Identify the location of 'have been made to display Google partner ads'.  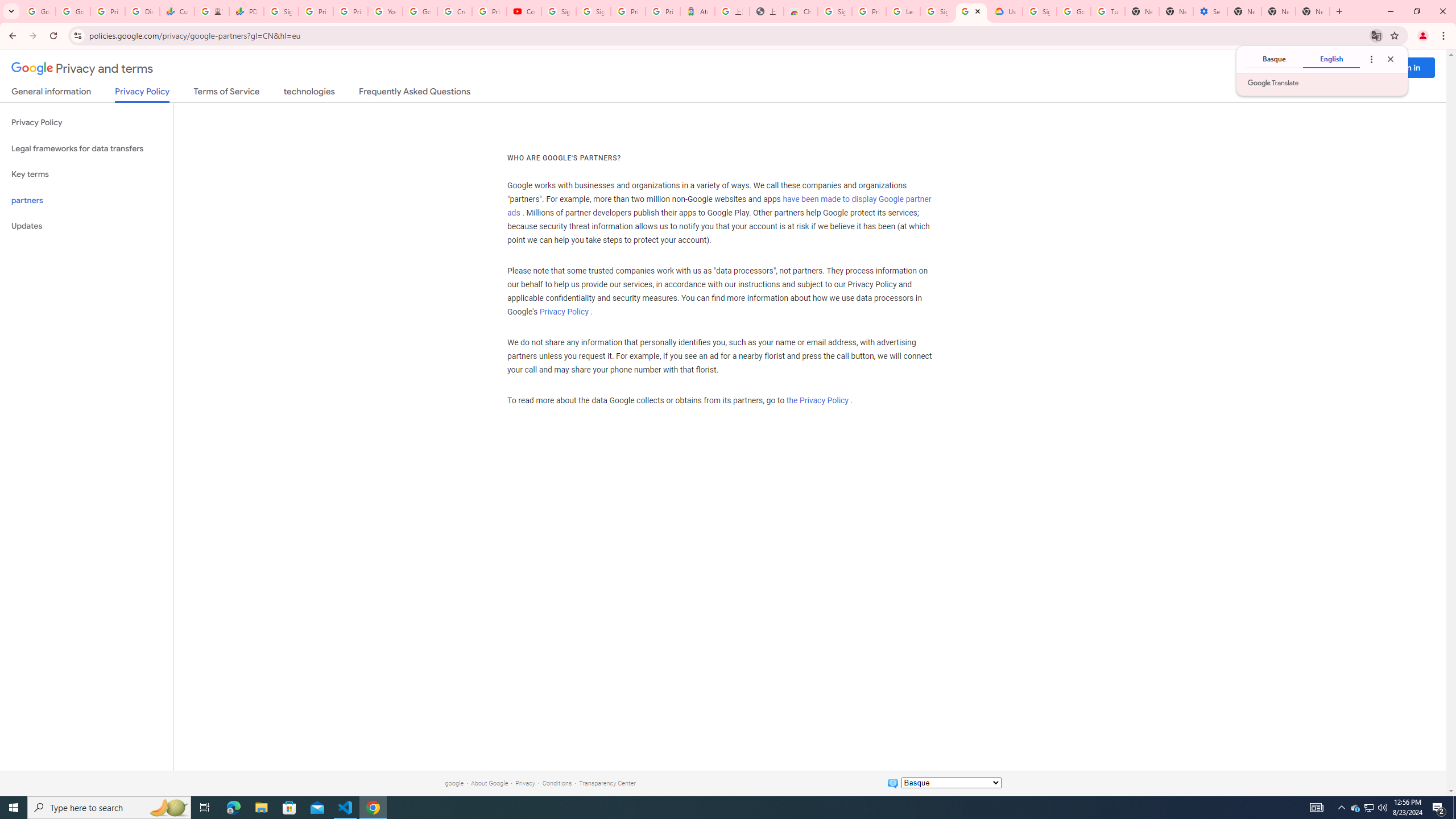
(718, 206).